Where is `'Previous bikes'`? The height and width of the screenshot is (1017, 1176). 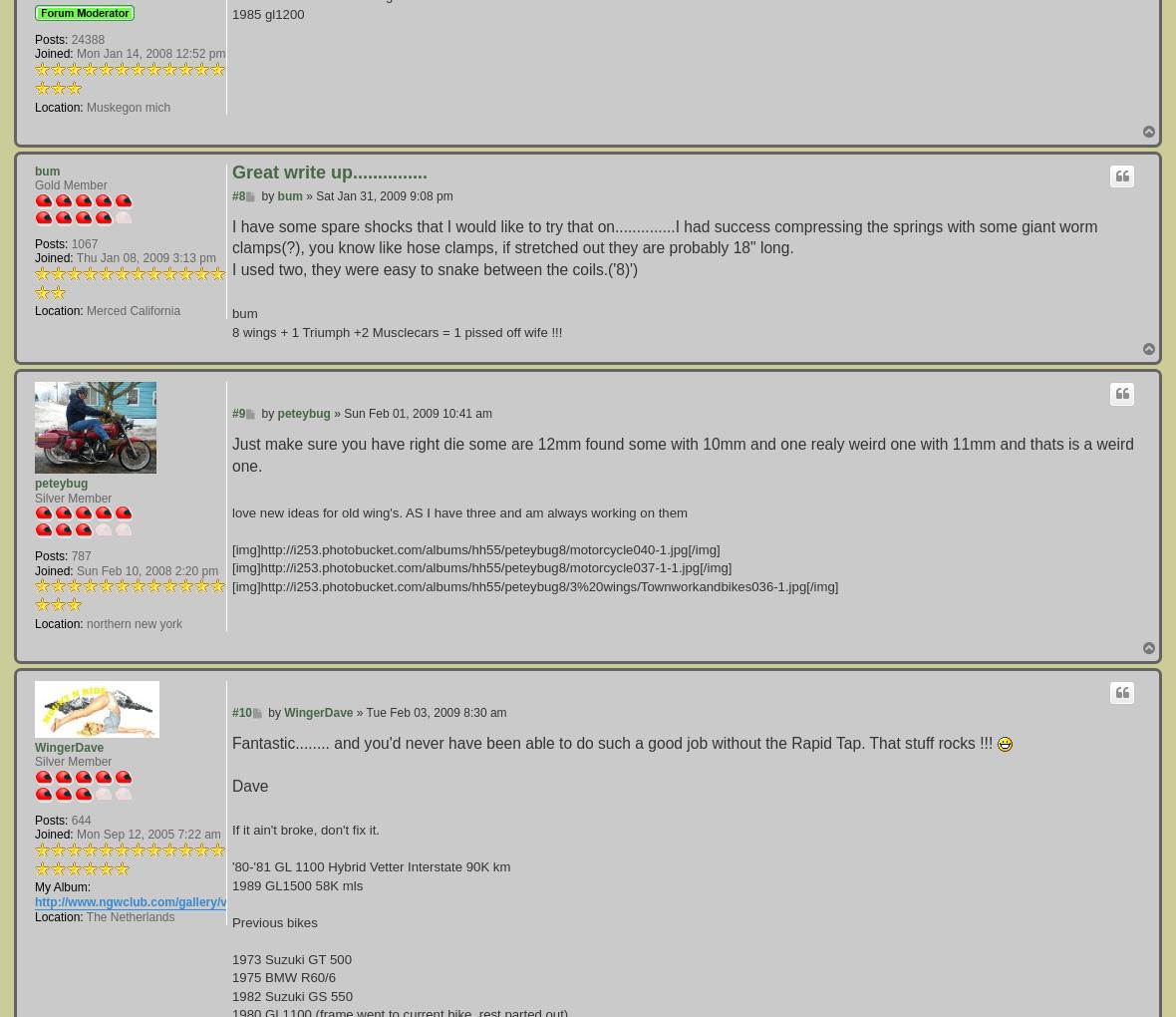
'Previous bikes' is located at coordinates (232, 921).